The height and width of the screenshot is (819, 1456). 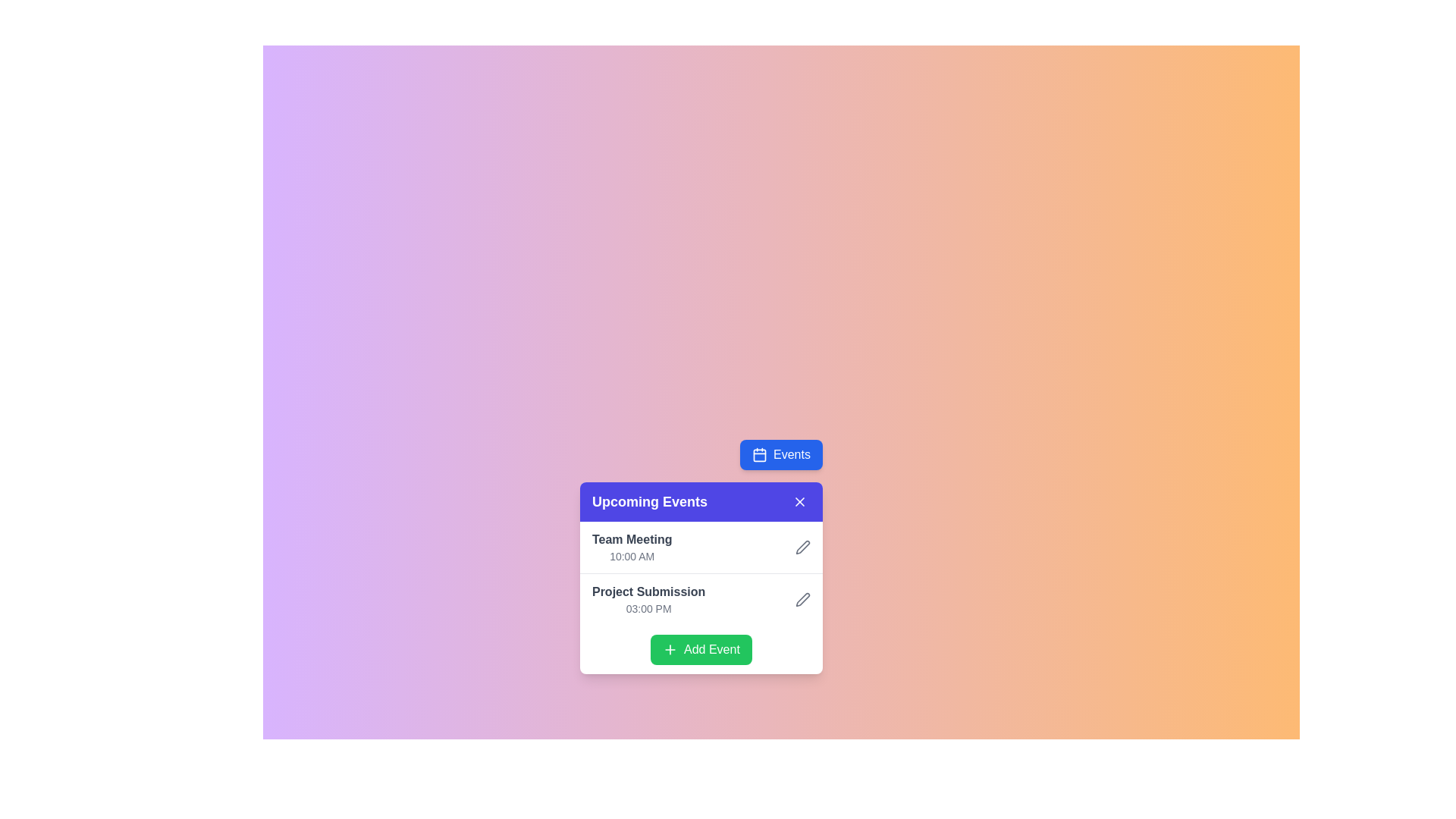 I want to click on the icon of the scheduled event 'Project Submission' in the 'Upcoming Events' section, so click(x=700, y=598).